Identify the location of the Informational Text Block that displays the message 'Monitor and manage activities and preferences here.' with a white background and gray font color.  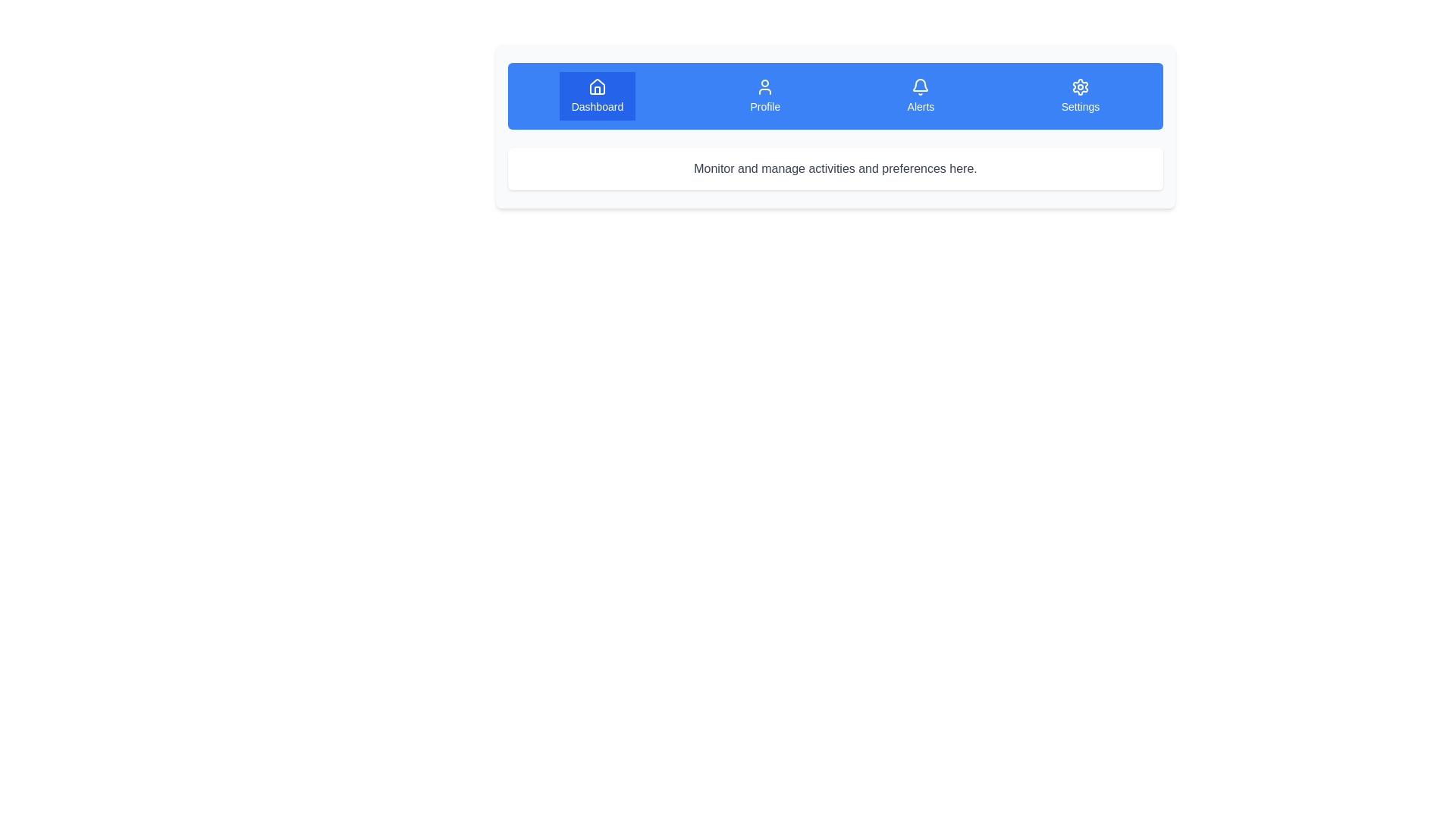
(835, 169).